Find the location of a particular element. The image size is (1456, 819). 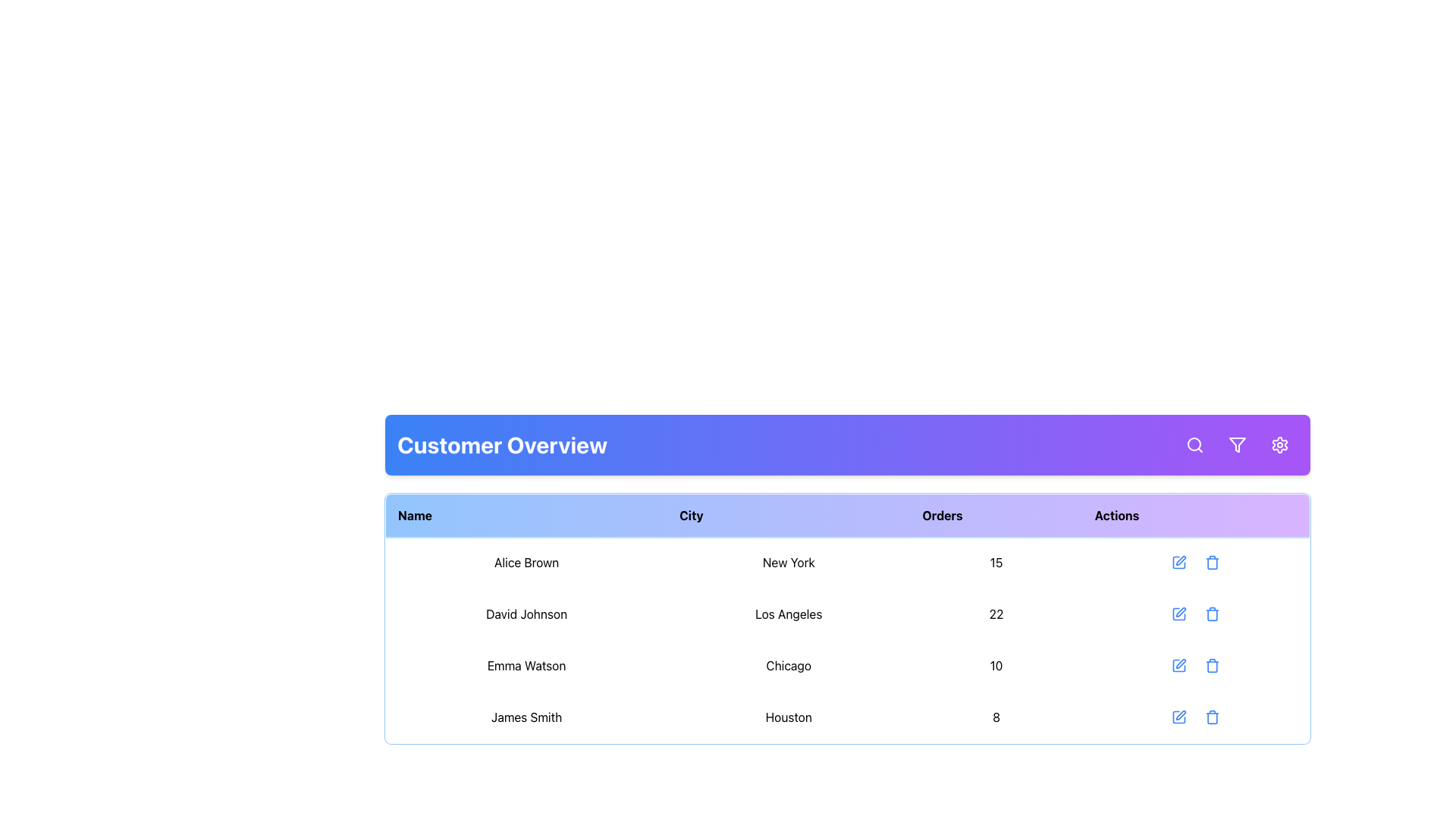

the edit icon located in the 'Actions' column of the last row in the table under the 'Customer Overview' heading is located at coordinates (1180, 715).